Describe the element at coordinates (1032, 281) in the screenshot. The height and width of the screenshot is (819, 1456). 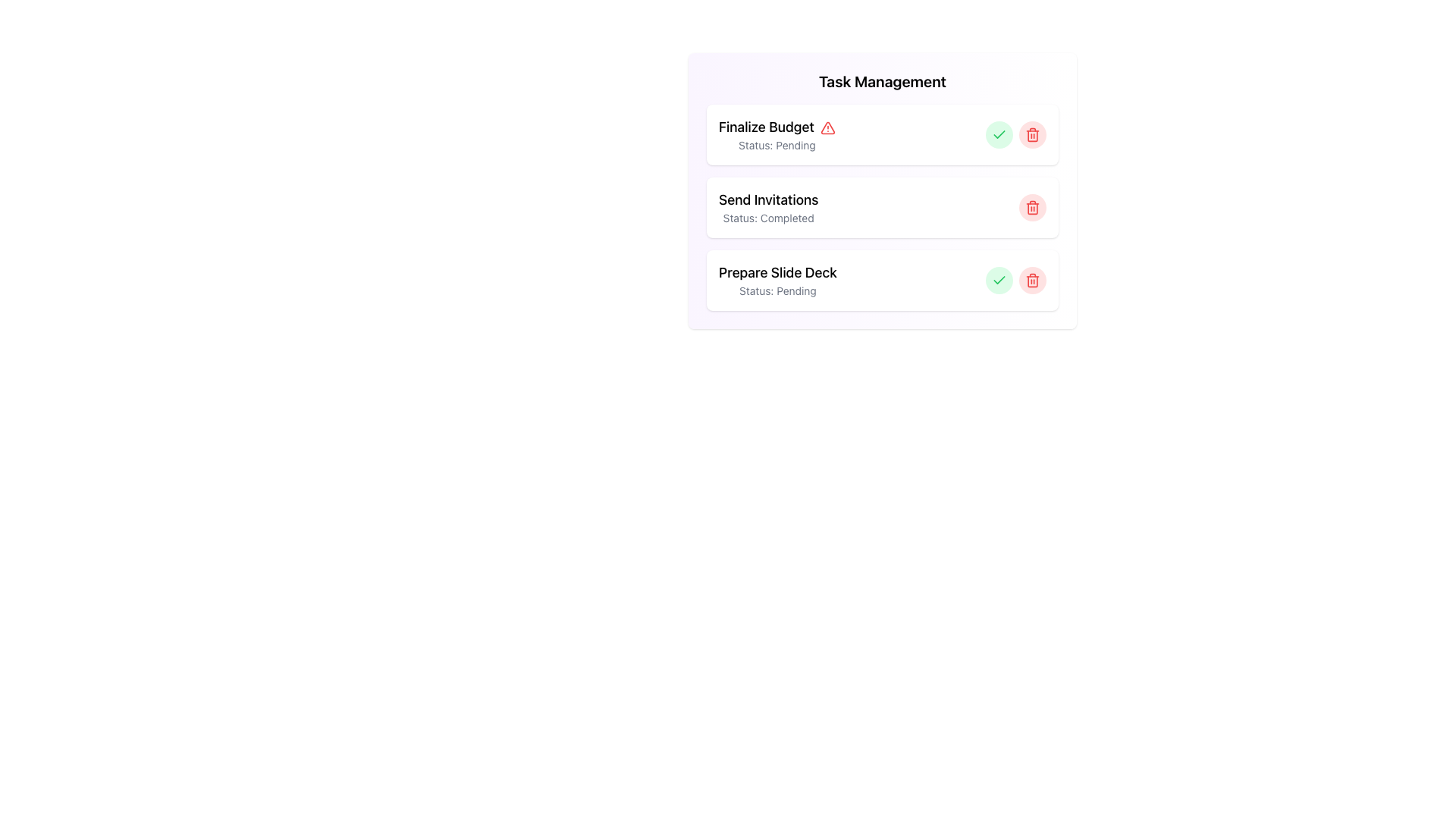
I see `the circular red trash bin button` at that location.